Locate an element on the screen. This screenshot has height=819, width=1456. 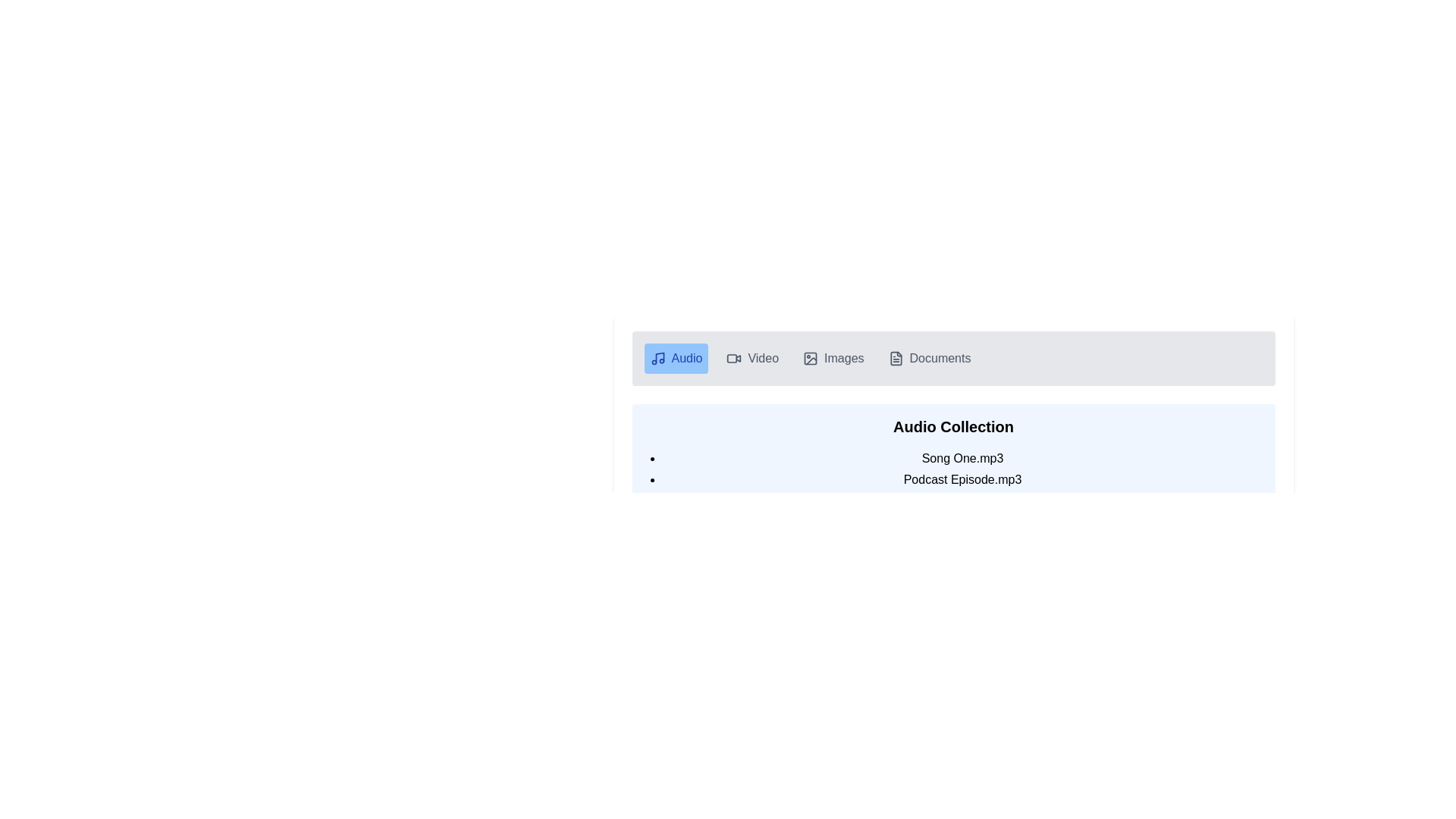
the rectangular video camera icon located in the Video tab of the tab bar is located at coordinates (732, 359).